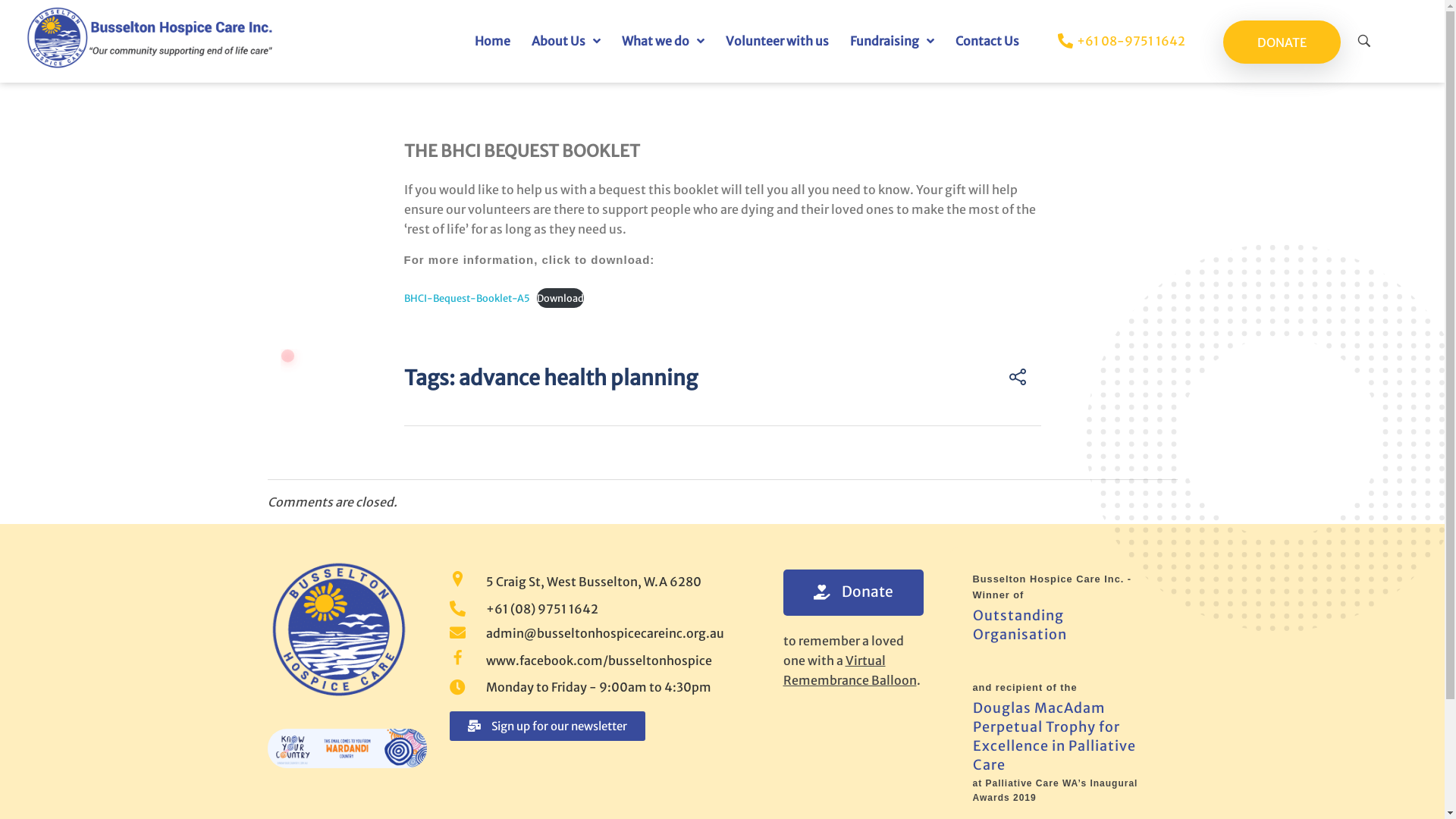  I want to click on '+61 08-9751 1642', so click(1107, 40).